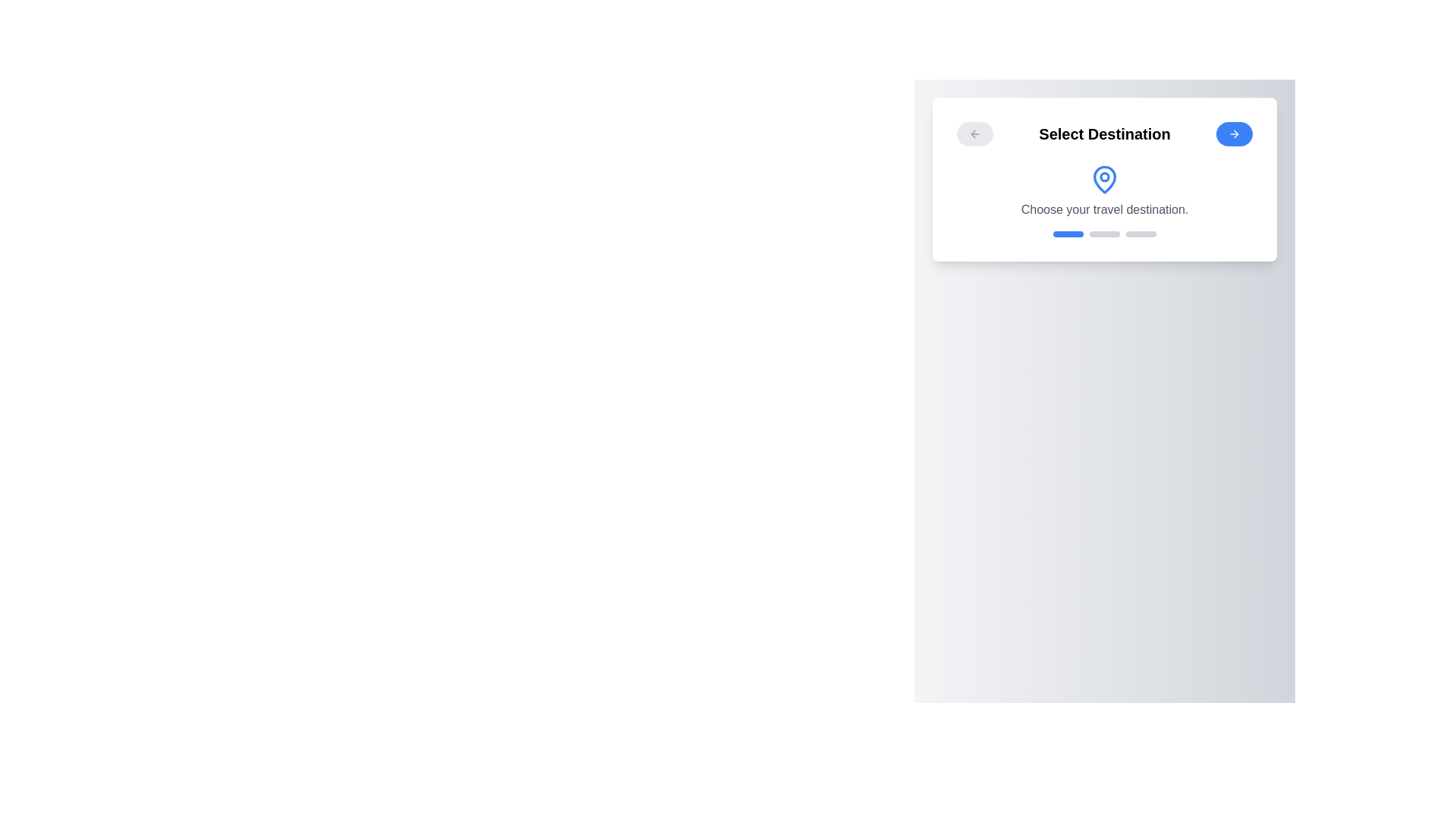 This screenshot has height=819, width=1456. Describe the element at coordinates (1234, 133) in the screenshot. I see `the button located at the far-right end of the horizontal bar` at that location.